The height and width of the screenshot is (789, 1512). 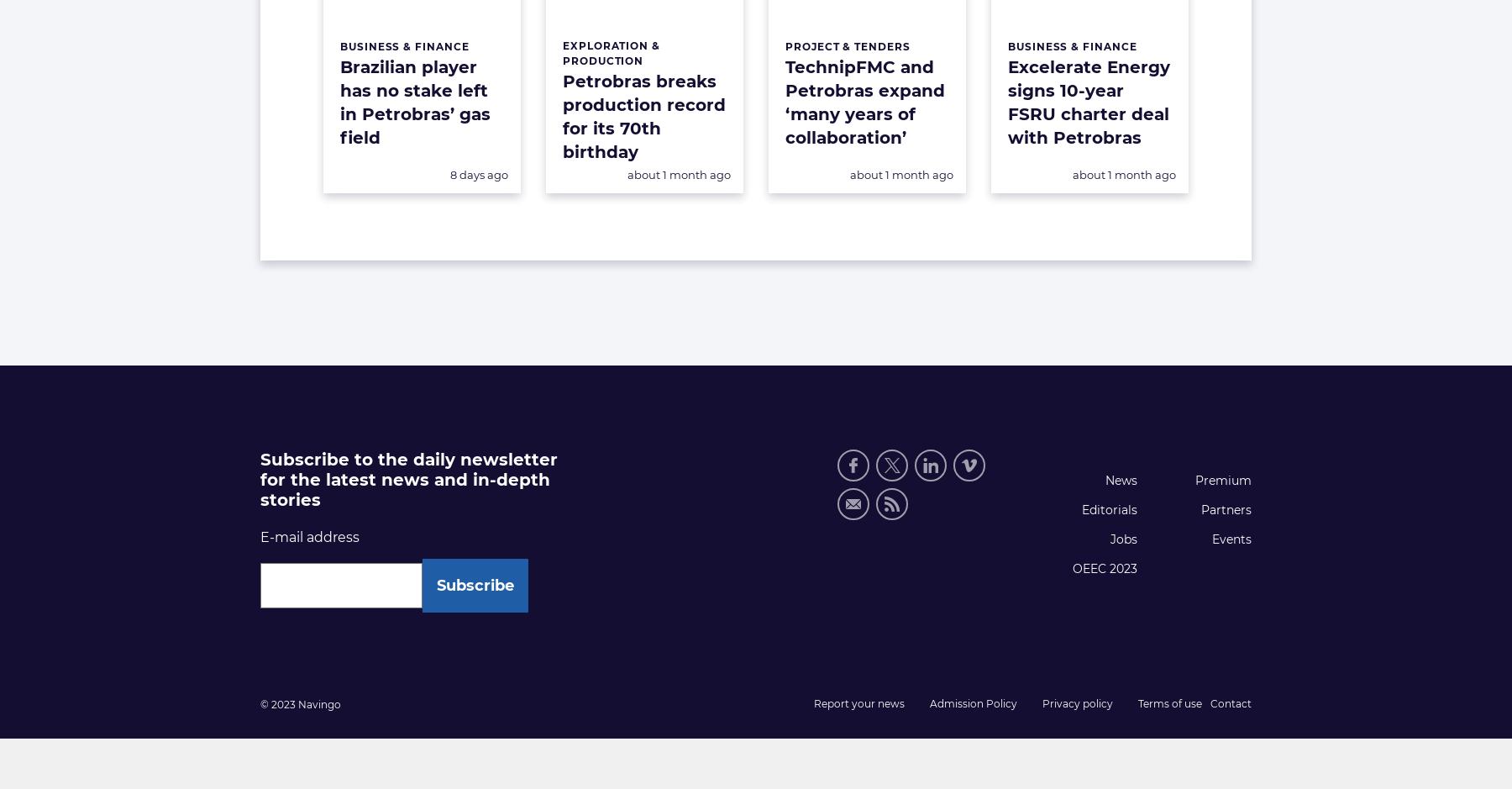 What do you see at coordinates (812, 702) in the screenshot?
I see `'Report your news'` at bounding box center [812, 702].